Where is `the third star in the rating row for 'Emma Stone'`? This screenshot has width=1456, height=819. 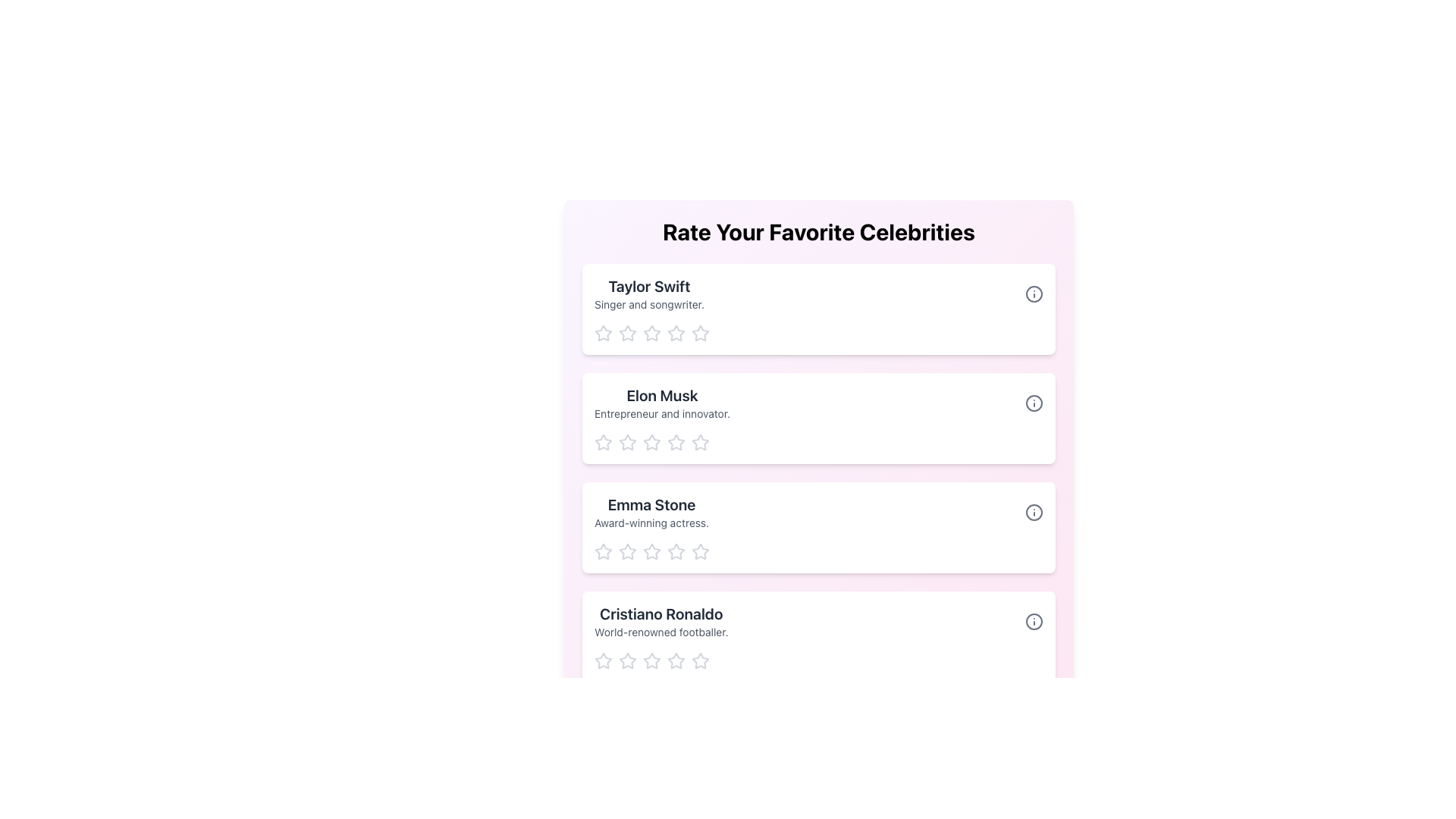
the third star in the rating row for 'Emma Stone' is located at coordinates (700, 551).